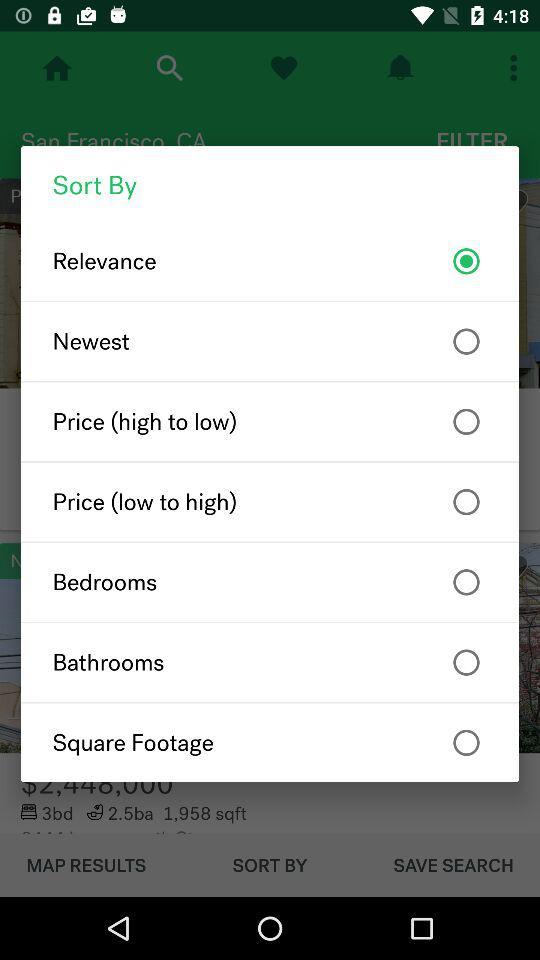  Describe the element at coordinates (270, 741) in the screenshot. I see `the square footage item` at that location.